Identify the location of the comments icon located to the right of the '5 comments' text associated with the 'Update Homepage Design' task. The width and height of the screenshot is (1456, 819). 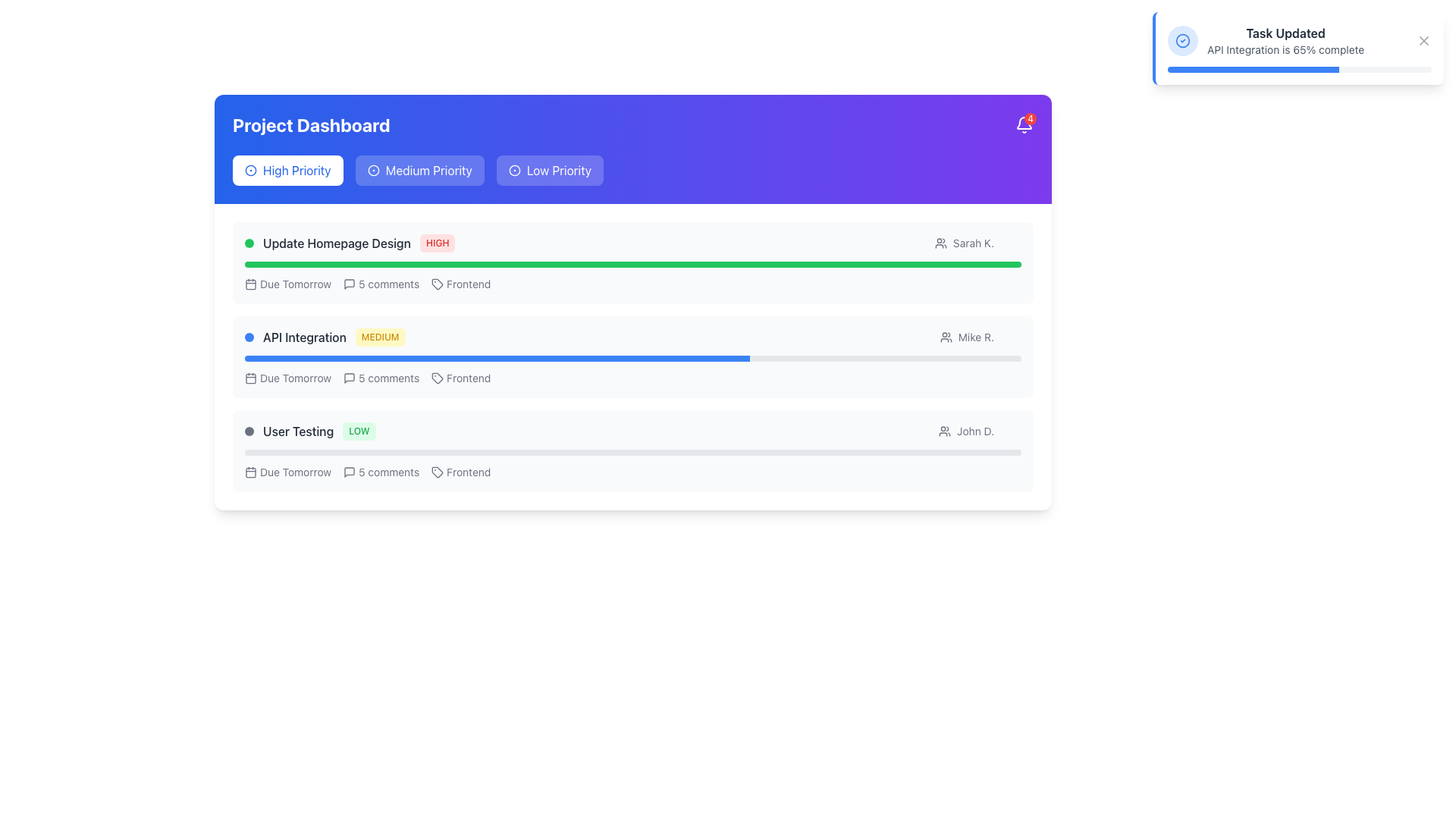
(349, 284).